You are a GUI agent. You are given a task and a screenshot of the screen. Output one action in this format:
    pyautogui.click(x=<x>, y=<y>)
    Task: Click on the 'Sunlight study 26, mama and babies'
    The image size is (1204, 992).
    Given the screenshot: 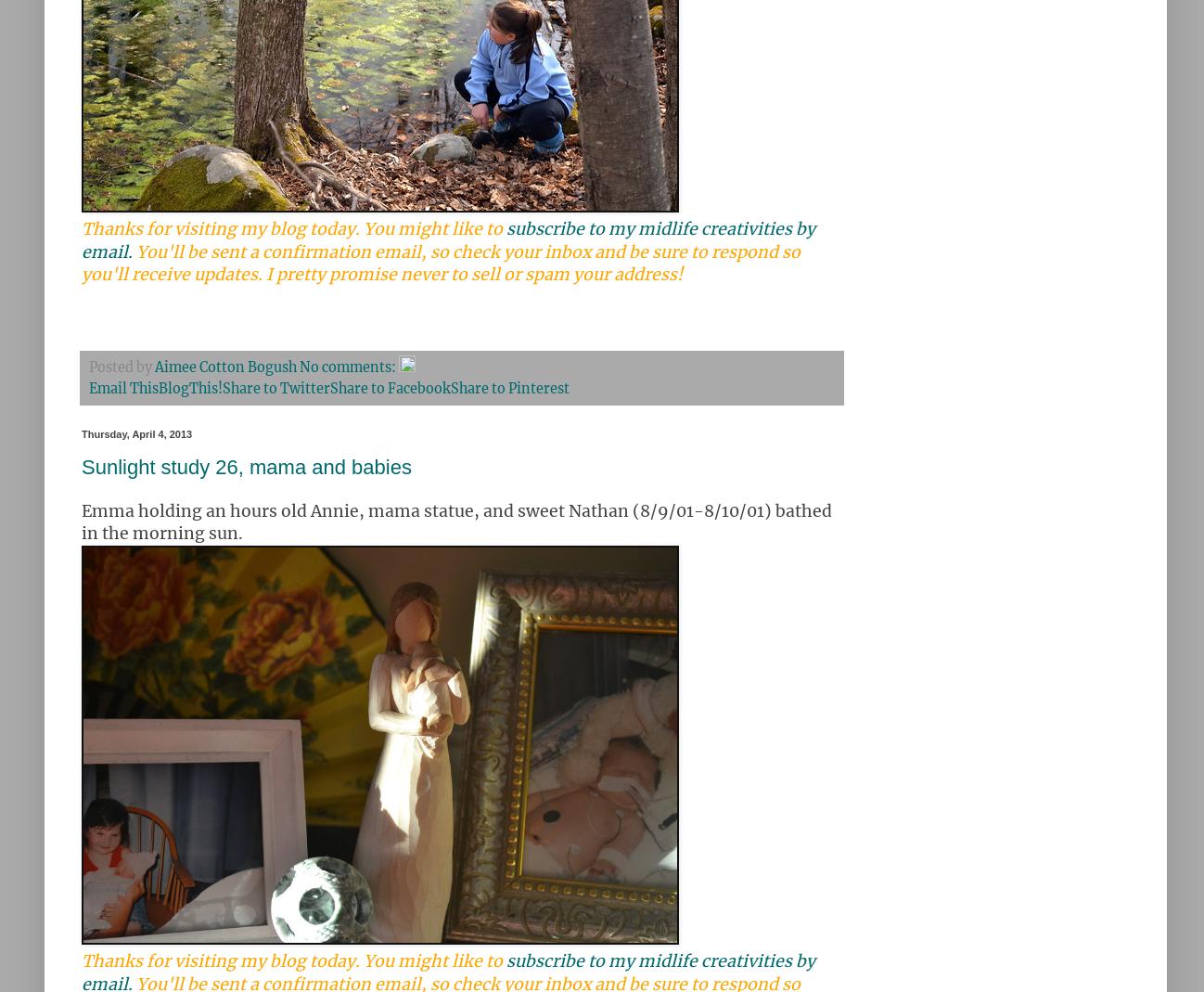 What is the action you would take?
    pyautogui.click(x=245, y=465)
    